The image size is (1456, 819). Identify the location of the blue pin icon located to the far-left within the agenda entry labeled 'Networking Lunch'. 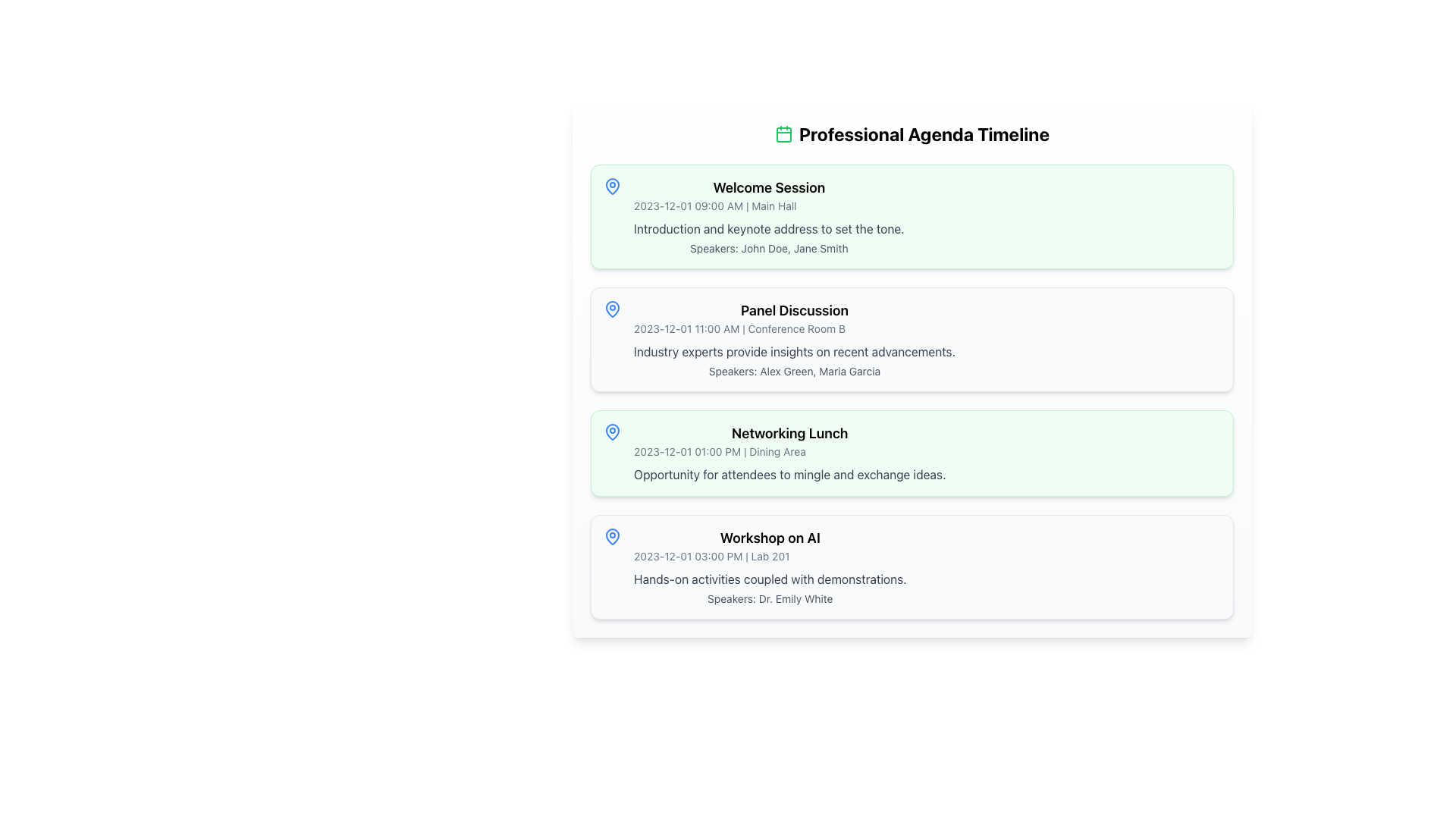
(612, 431).